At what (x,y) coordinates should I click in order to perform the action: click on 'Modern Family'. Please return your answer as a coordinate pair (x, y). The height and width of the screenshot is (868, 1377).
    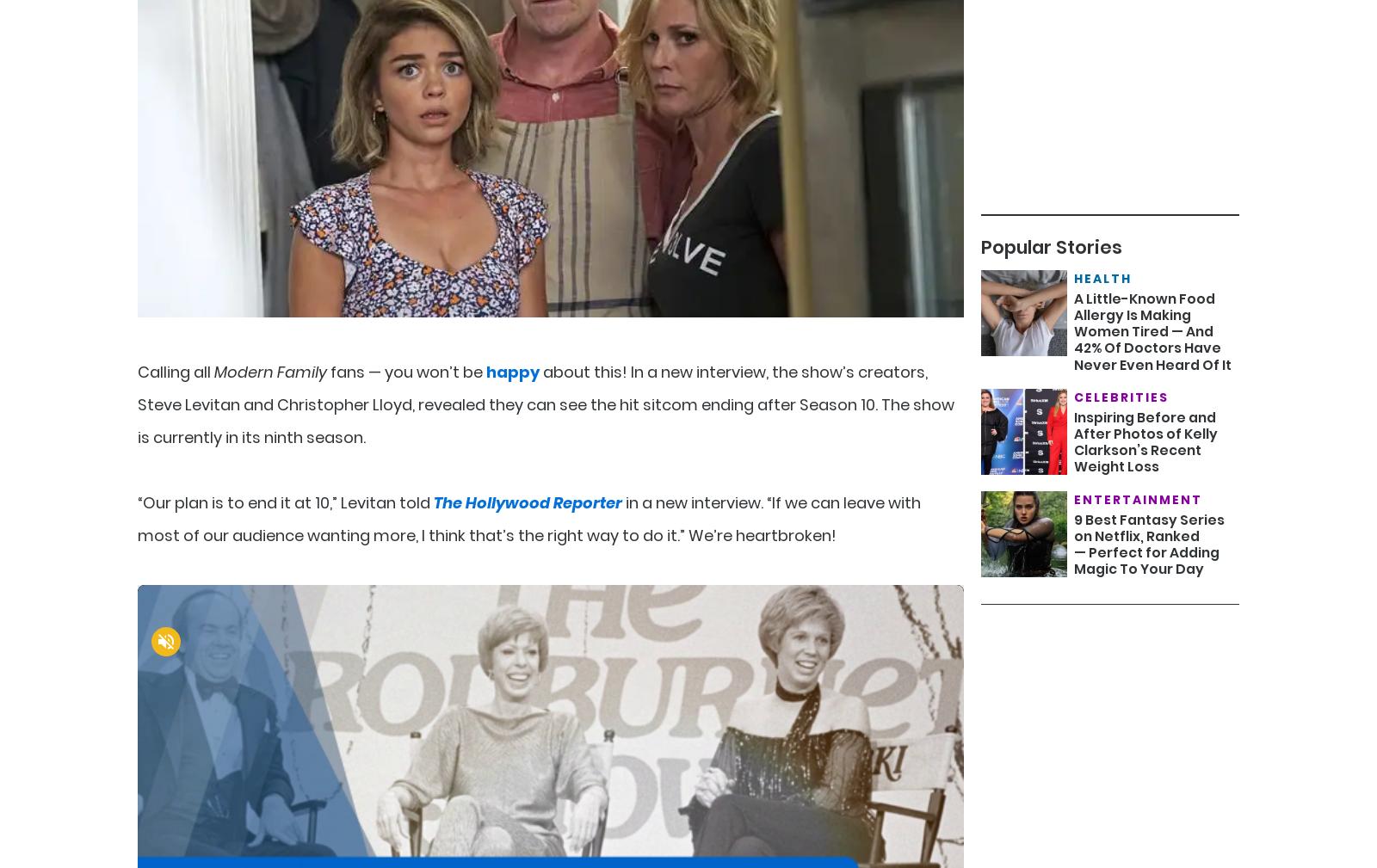
    Looking at the image, I should click on (270, 371).